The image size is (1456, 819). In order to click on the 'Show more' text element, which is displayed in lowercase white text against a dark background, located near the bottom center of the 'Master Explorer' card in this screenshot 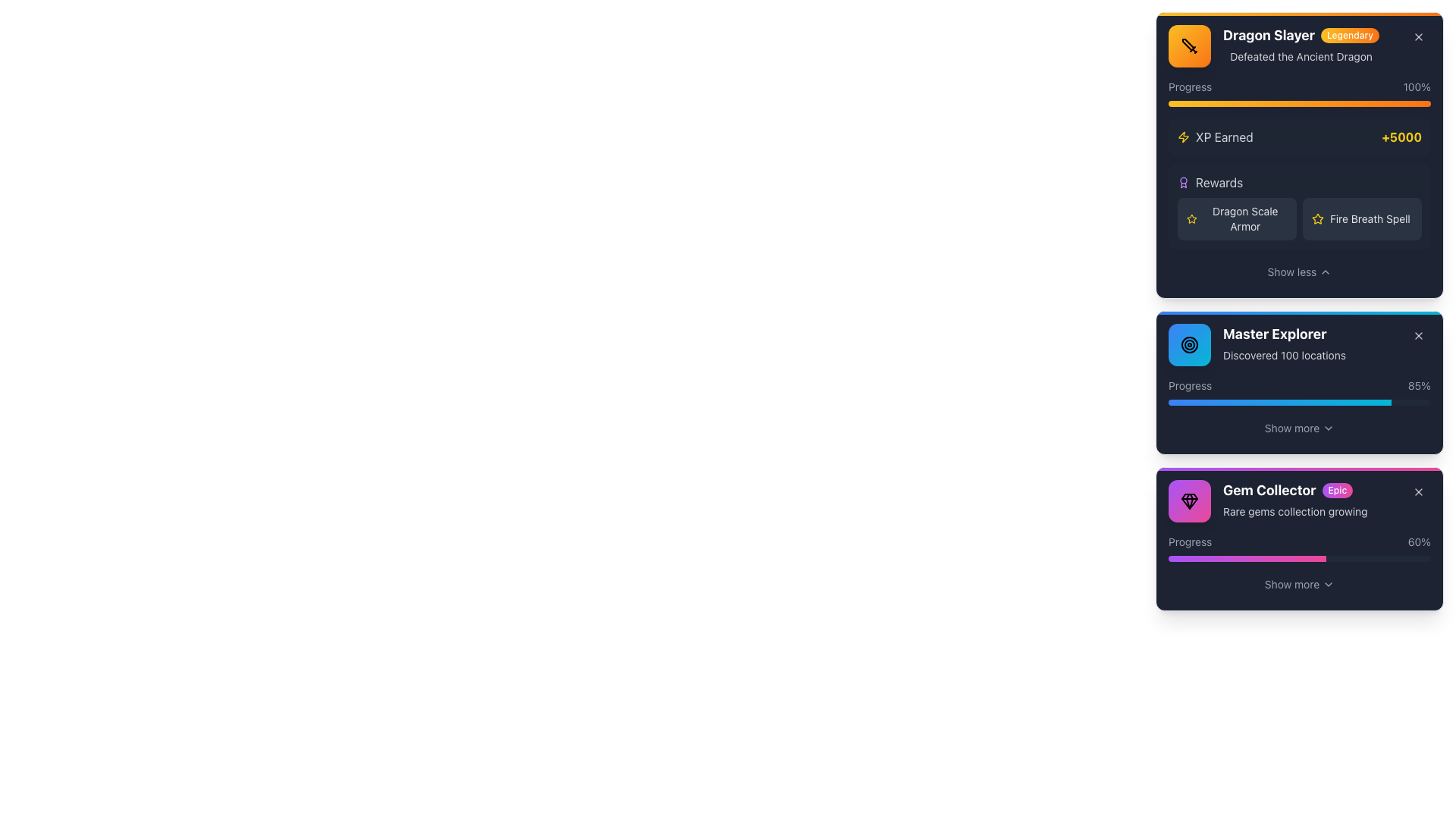, I will do `click(1291, 428)`.